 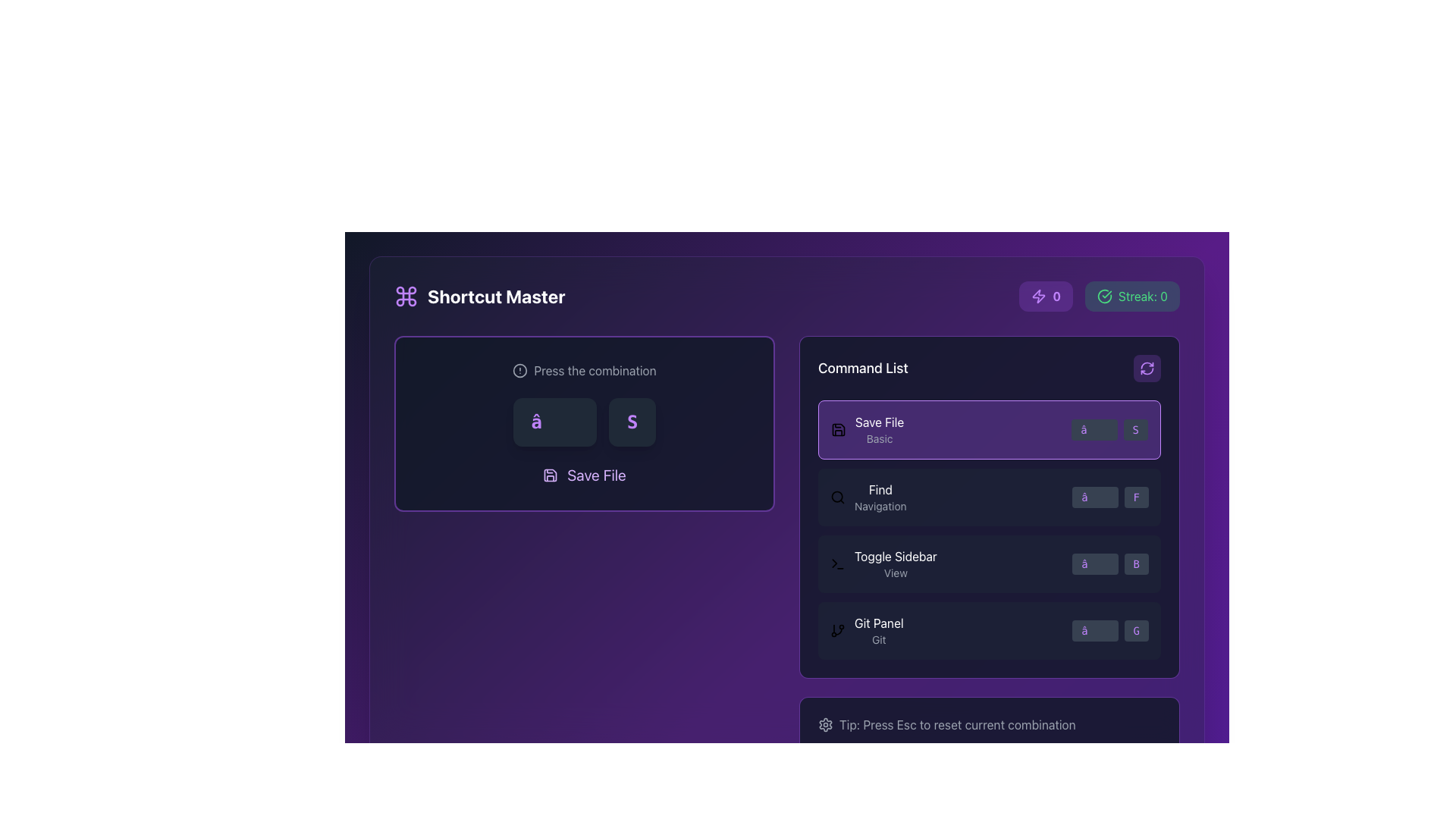 What do you see at coordinates (990, 724) in the screenshot?
I see `guidance message in the Informational text section with a gear icon, which advises to press Esc to reset the current combination` at bounding box center [990, 724].